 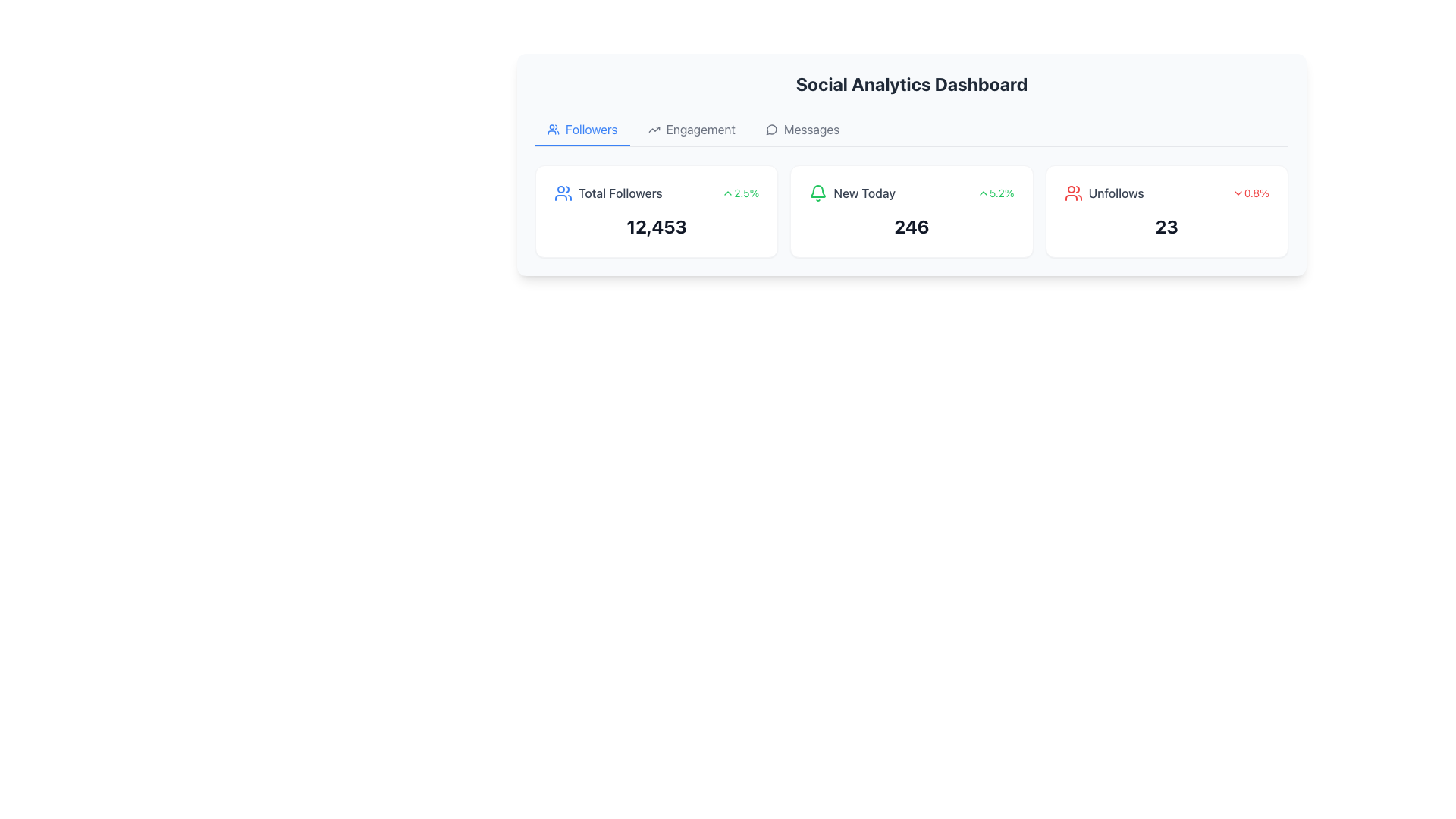 What do you see at coordinates (563, 192) in the screenshot?
I see `the 'Total Followers' icon located to the left of the text 'Total Followers' in the first card on the dashboard` at bounding box center [563, 192].